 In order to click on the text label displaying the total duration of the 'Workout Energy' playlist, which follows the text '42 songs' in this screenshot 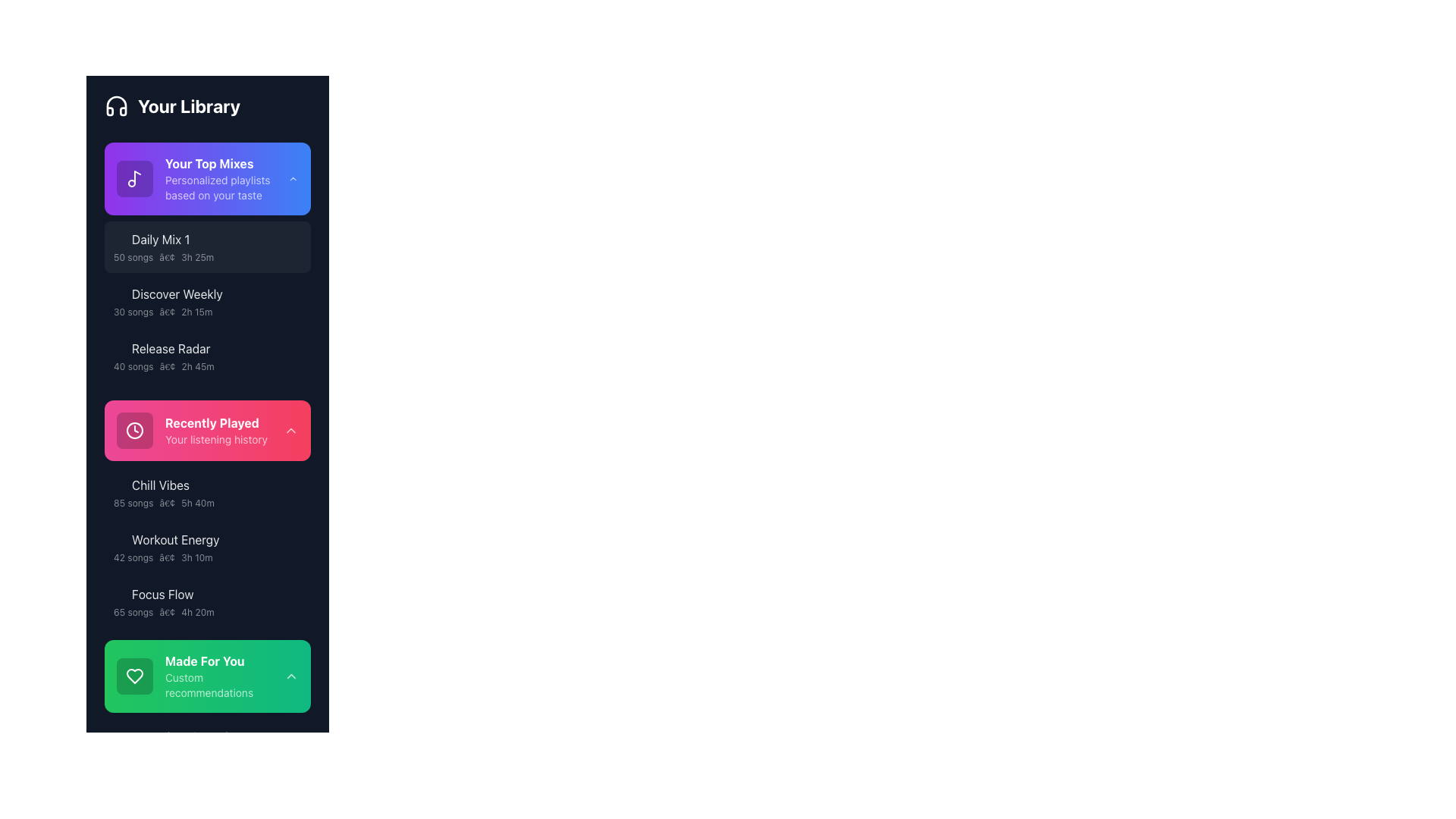, I will do `click(196, 558)`.